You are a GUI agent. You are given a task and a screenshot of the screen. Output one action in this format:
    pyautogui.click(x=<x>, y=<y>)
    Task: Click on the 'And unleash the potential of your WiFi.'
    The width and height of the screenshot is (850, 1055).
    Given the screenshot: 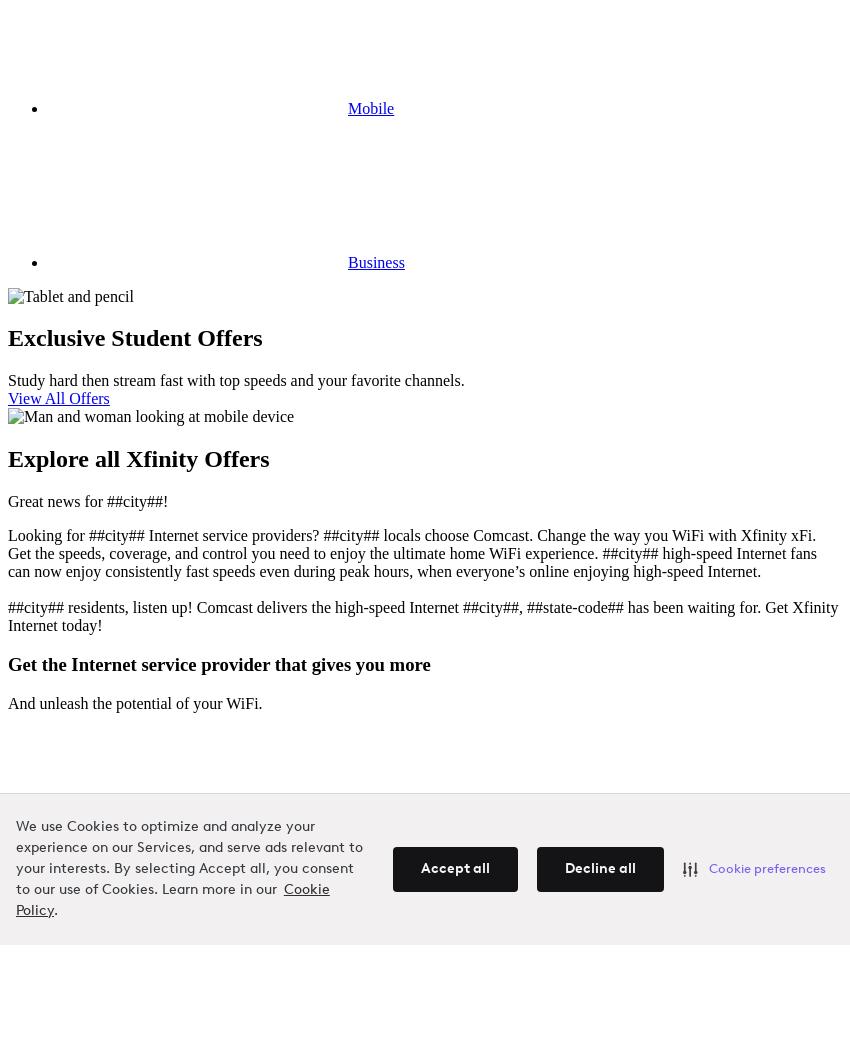 What is the action you would take?
    pyautogui.click(x=134, y=701)
    